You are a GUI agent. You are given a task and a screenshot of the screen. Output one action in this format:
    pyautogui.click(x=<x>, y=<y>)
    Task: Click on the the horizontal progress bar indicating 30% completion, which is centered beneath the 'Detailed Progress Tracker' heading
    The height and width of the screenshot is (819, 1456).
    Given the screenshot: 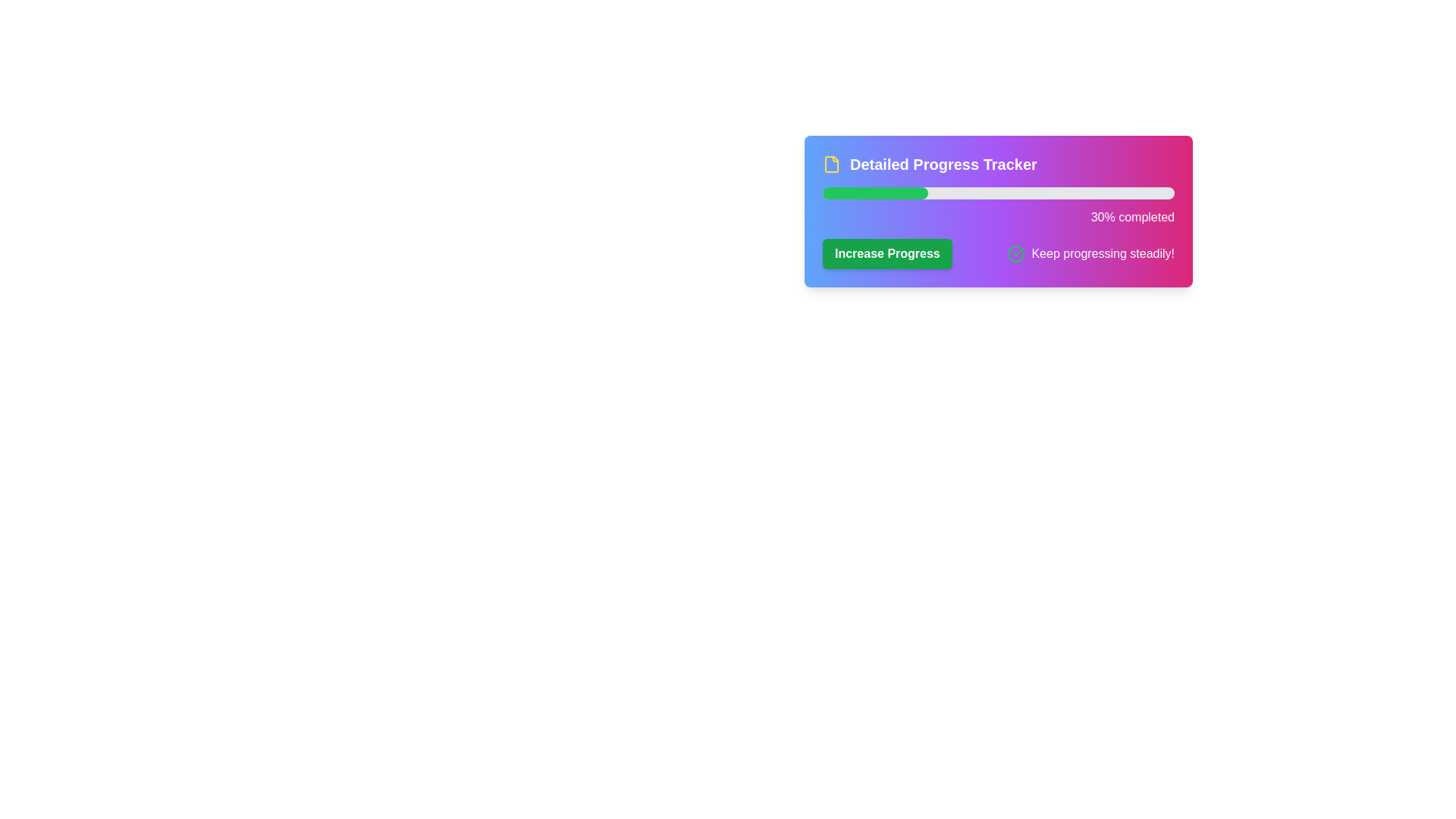 What is the action you would take?
    pyautogui.click(x=998, y=207)
    